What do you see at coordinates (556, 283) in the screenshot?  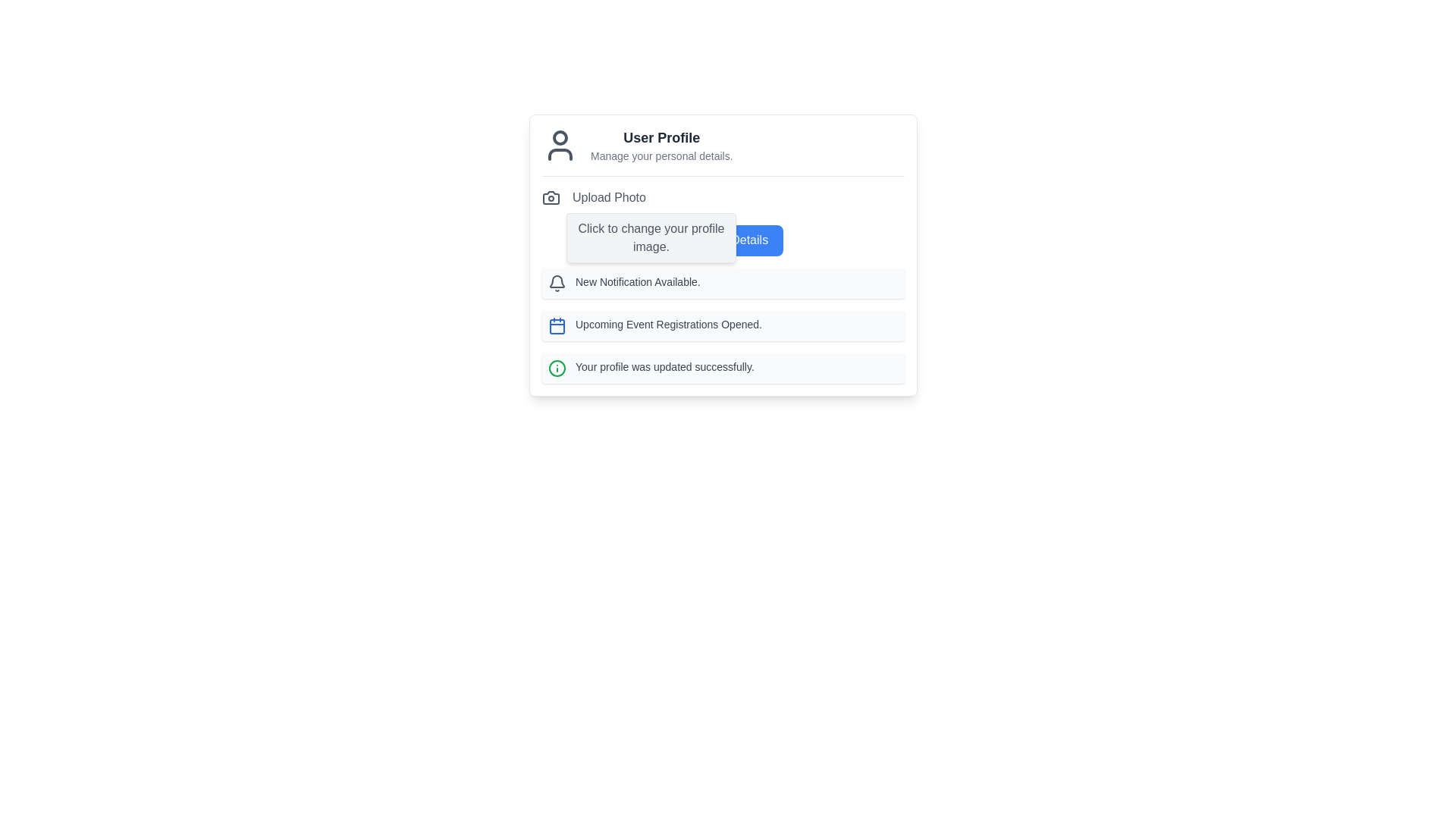 I see `the notification icon located in the top-left corner of the notification bar, preceding the text 'New Notification Available.'` at bounding box center [556, 283].